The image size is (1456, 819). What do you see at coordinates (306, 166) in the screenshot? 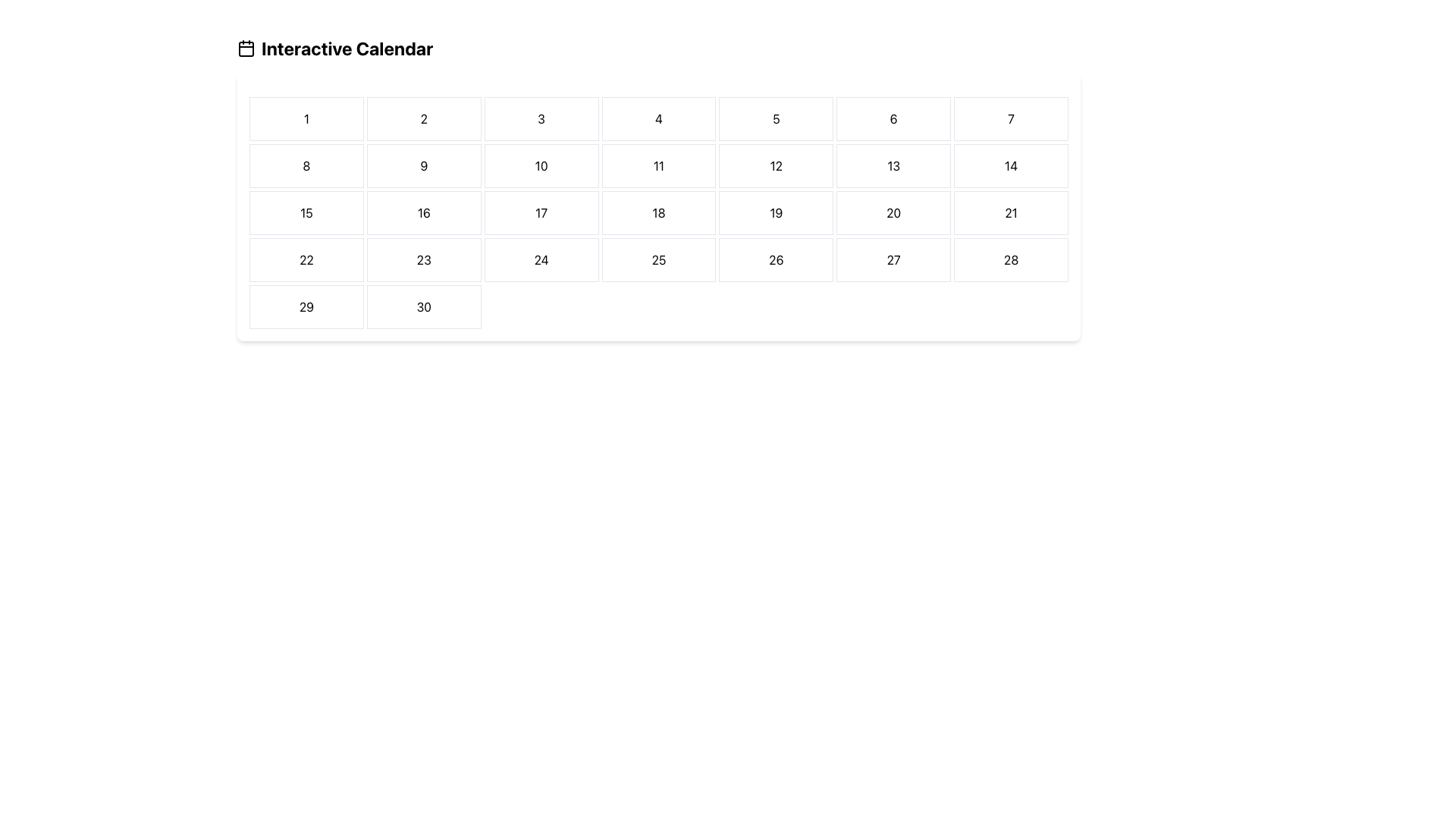
I see `the grid item in the second row and first column containing the number '8'` at bounding box center [306, 166].